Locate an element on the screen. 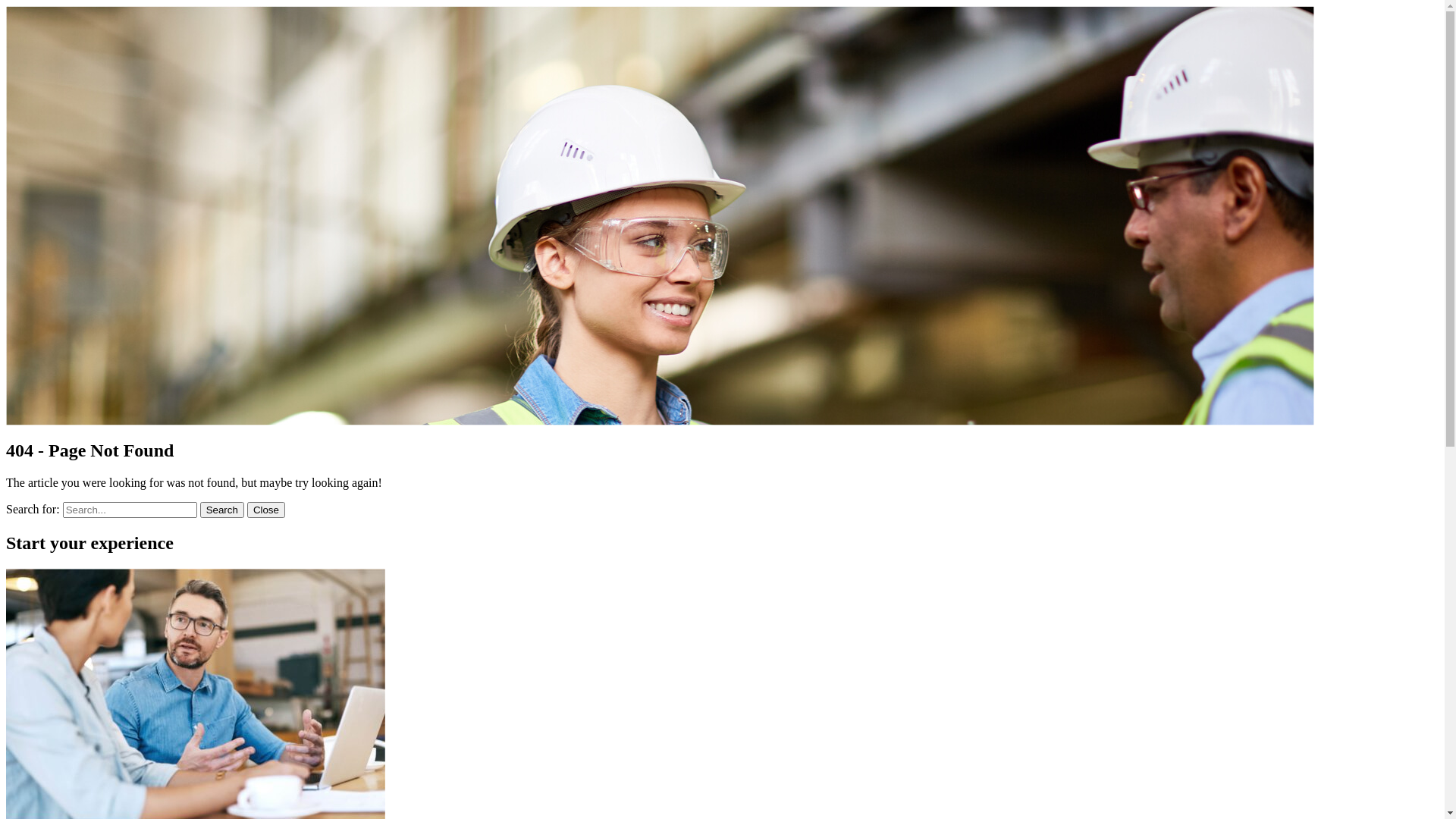  'Search for:' is located at coordinates (130, 510).